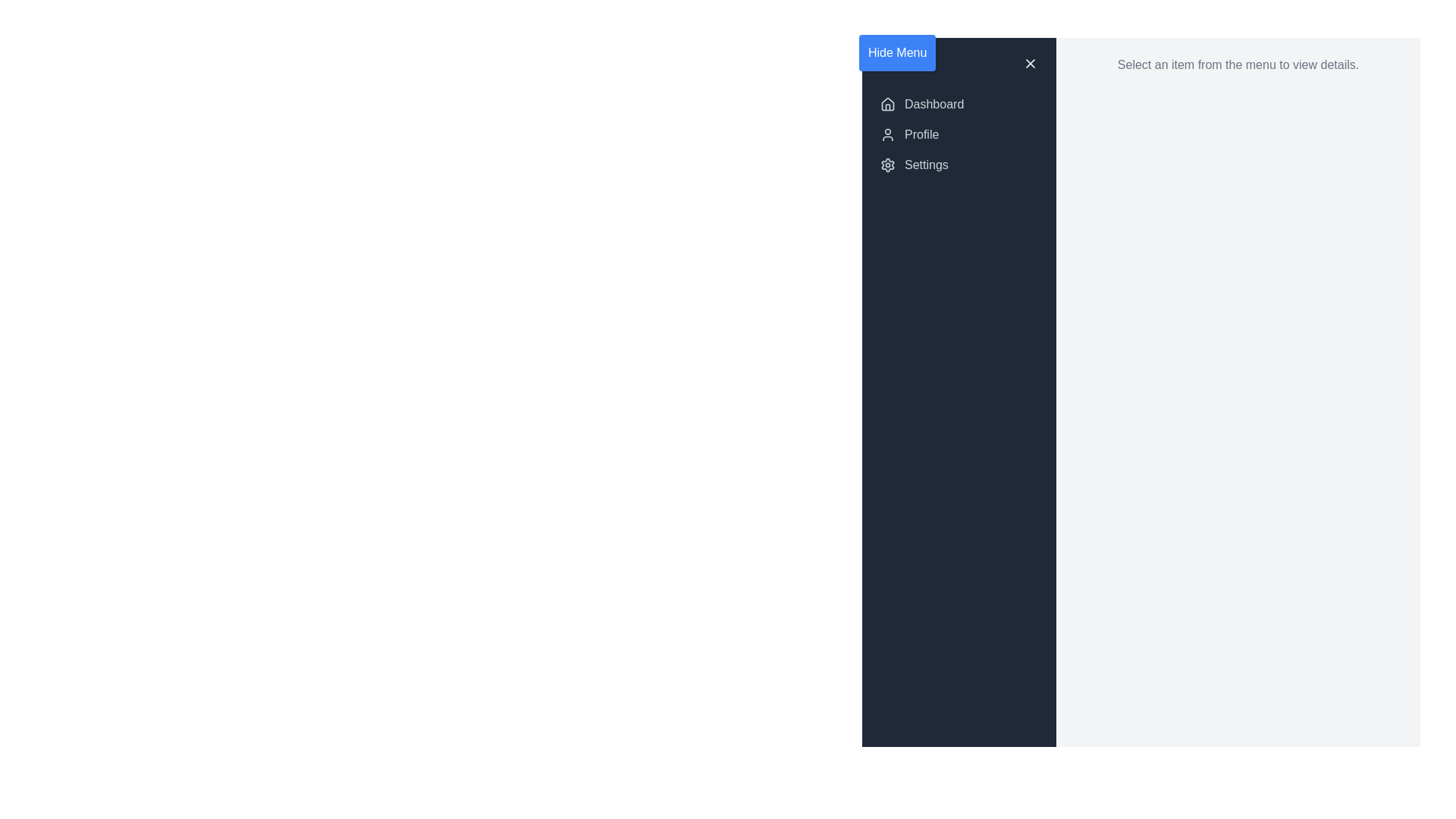 This screenshot has width=1456, height=819. What do you see at coordinates (1030, 63) in the screenshot?
I see `the 'X' button located in the top-right corner of the dark sidebar` at bounding box center [1030, 63].